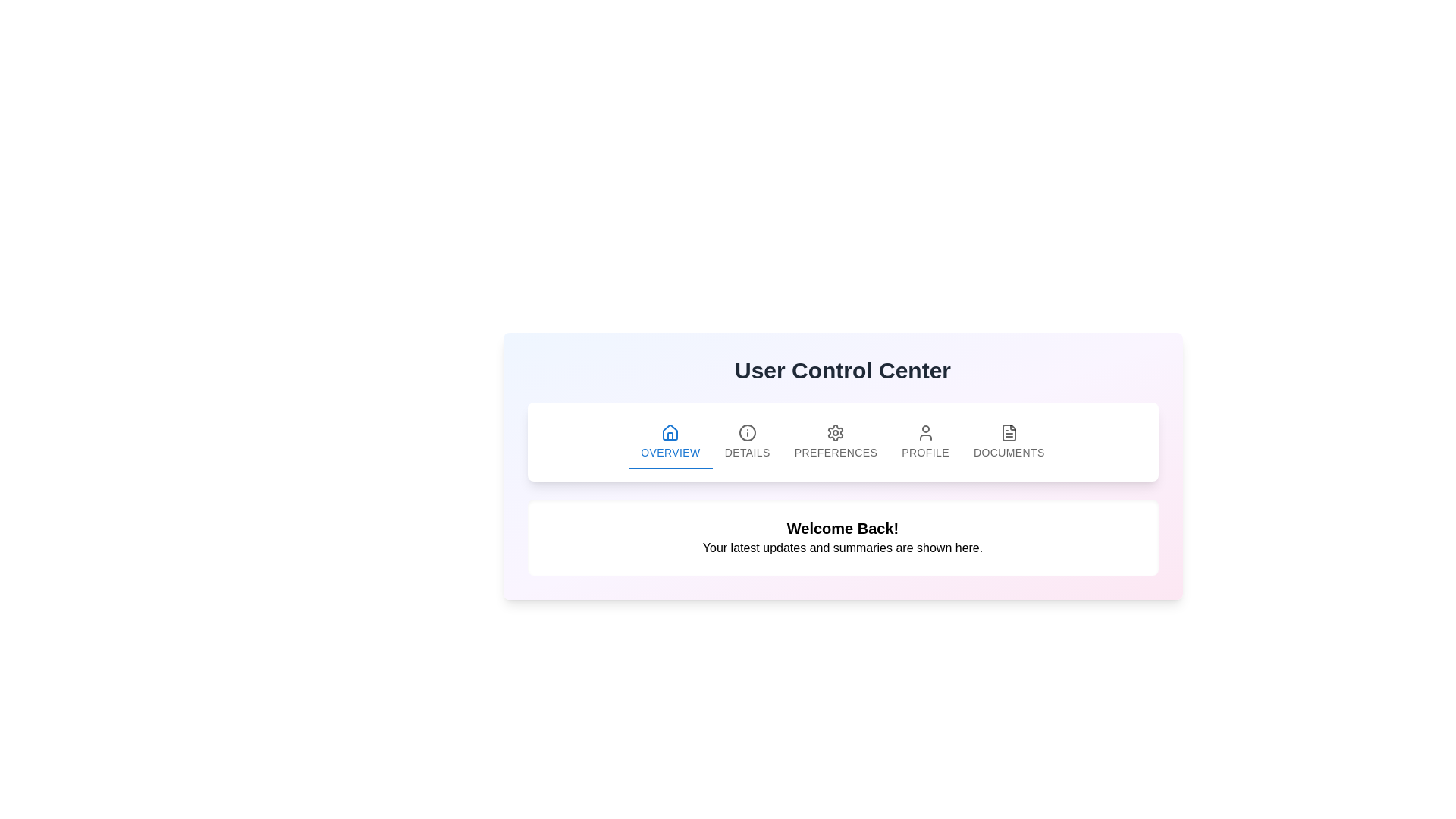  Describe the element at coordinates (670, 432) in the screenshot. I see `the 'Overview' icon in the navigation menu` at that location.